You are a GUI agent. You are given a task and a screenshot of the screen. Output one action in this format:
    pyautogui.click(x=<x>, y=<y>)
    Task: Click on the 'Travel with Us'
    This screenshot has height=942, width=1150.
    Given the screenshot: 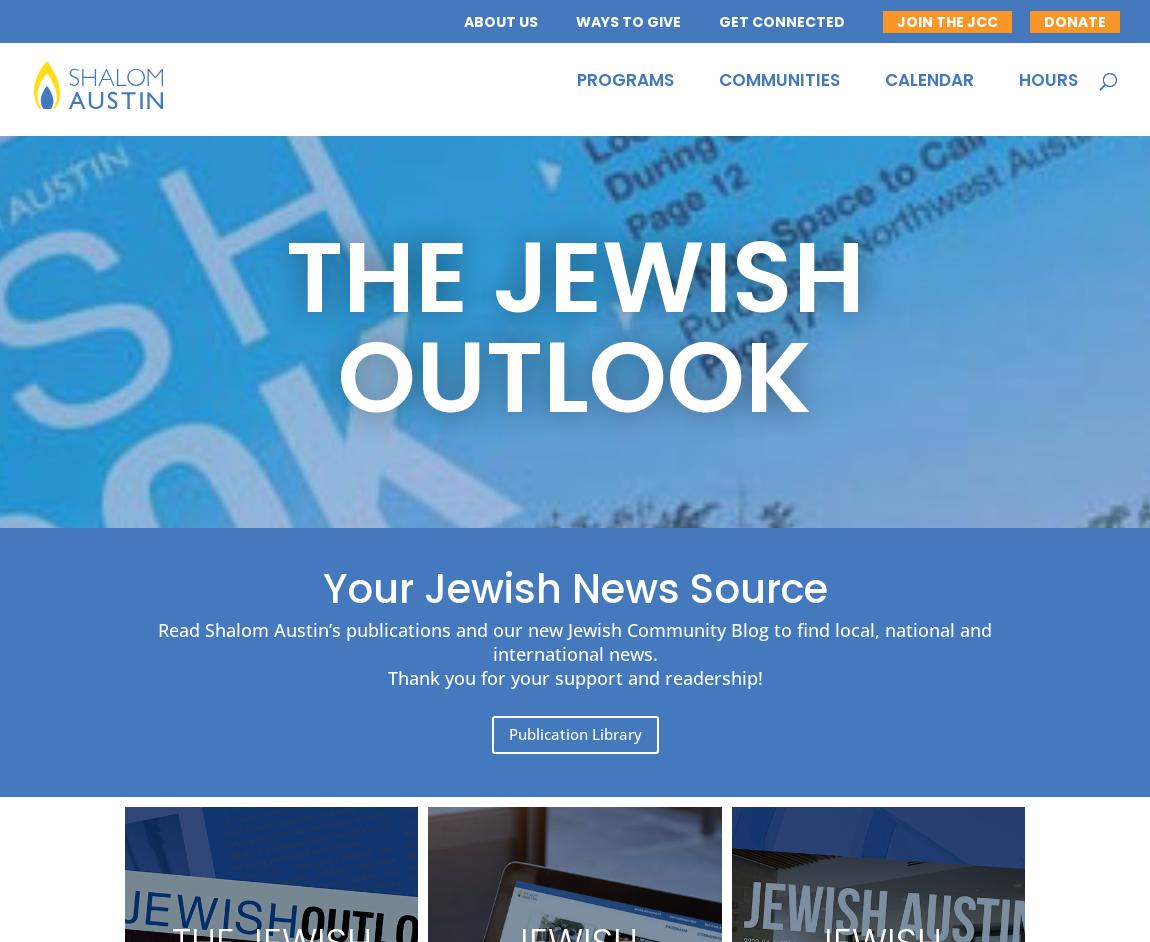 What is the action you would take?
    pyautogui.click(x=768, y=230)
    